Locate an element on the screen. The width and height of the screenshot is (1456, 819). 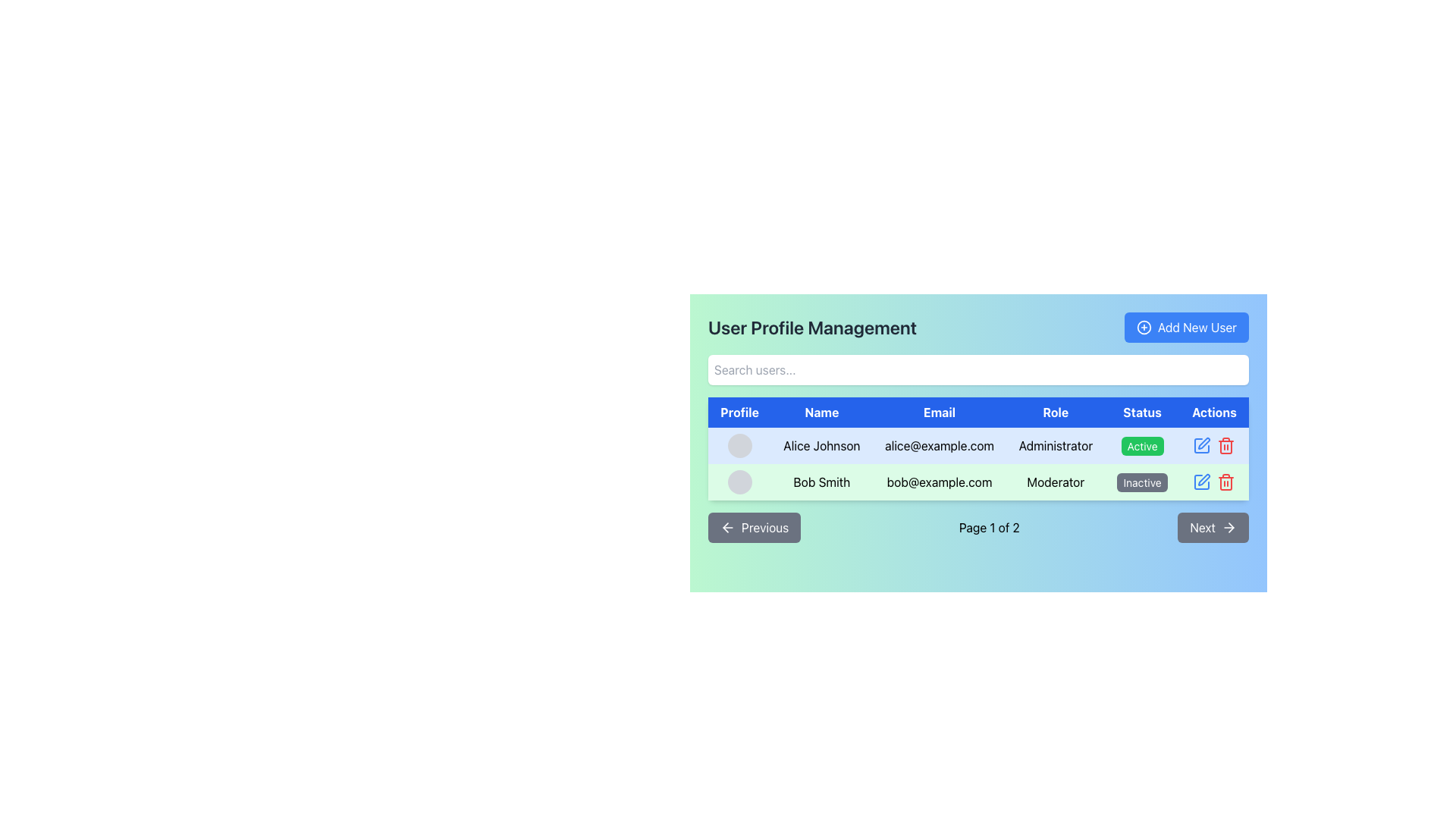
the edit icon in the group of action buttons for 'Bob Smith' located in the 'Actions' column of the second row of the user table is located at coordinates (1214, 482).